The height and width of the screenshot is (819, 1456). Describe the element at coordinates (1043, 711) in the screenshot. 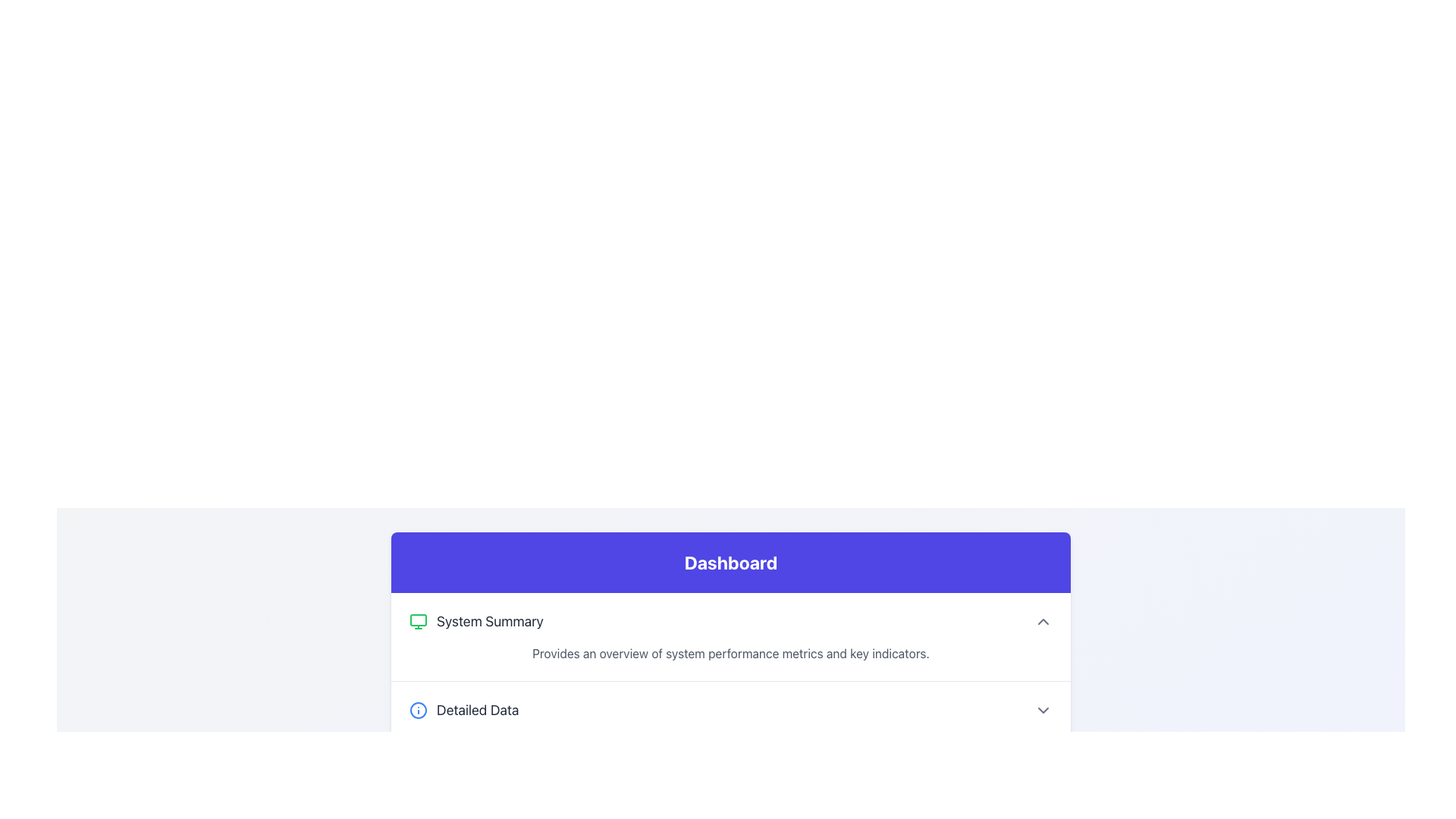

I see `the chevron icon located in the 'Detailed Data' section on the far right` at that location.